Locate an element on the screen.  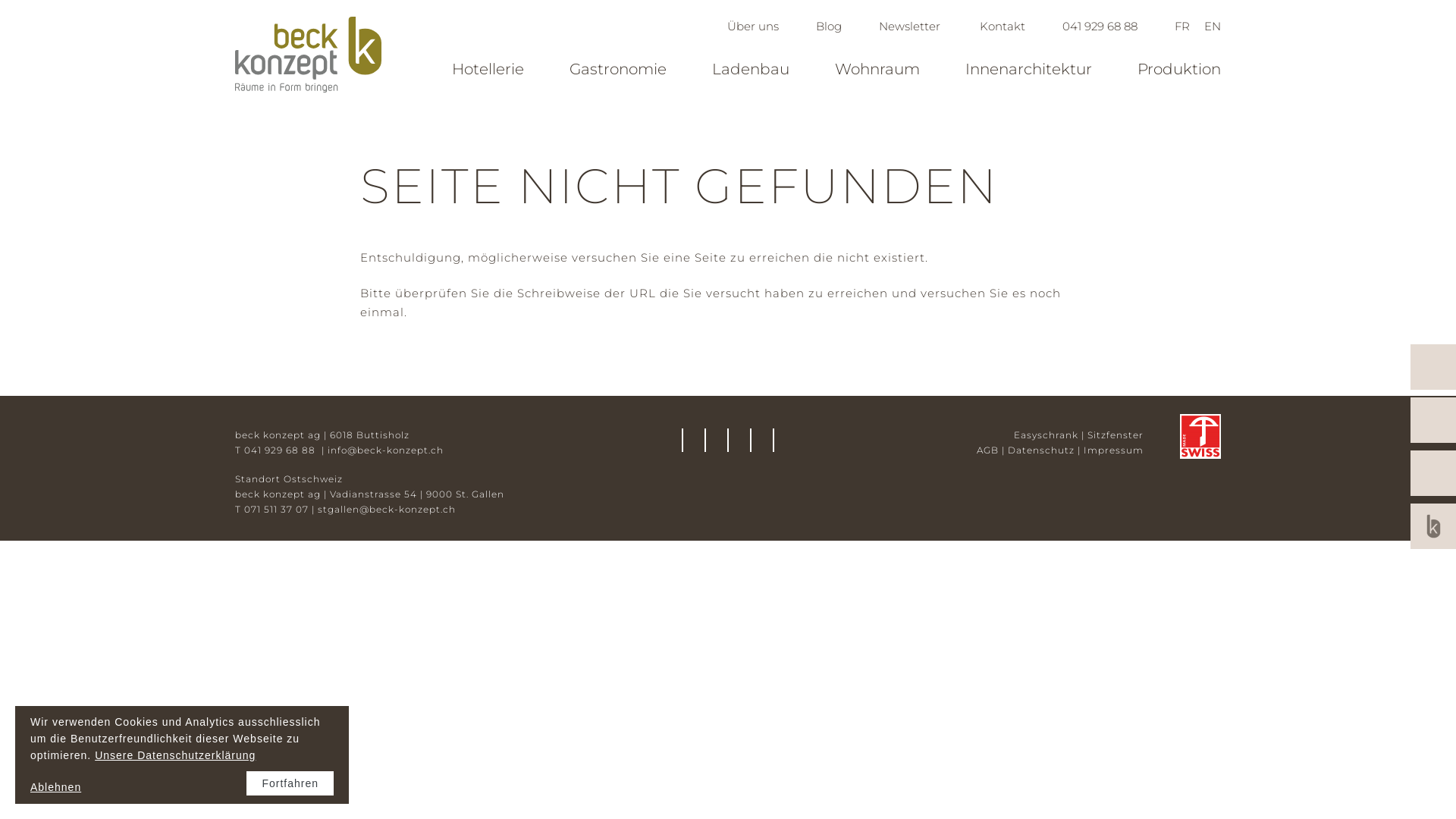
'Easyschrank' is located at coordinates (1045, 435).